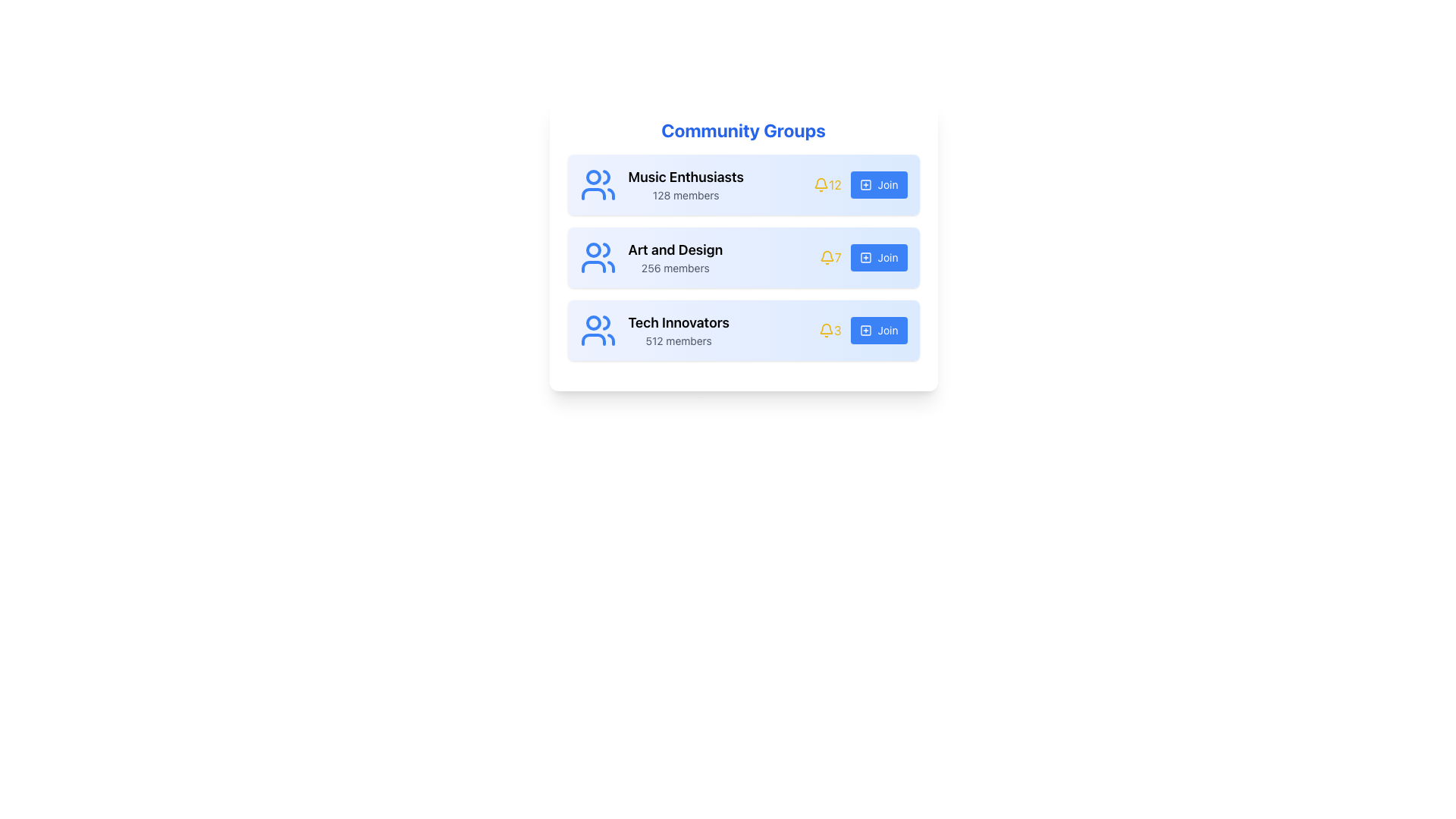  What do you see at coordinates (597, 329) in the screenshot?
I see `the 'Tech Innovators' icon, which is located to the left of the 'Tech Innovators' text in the community groups list` at bounding box center [597, 329].